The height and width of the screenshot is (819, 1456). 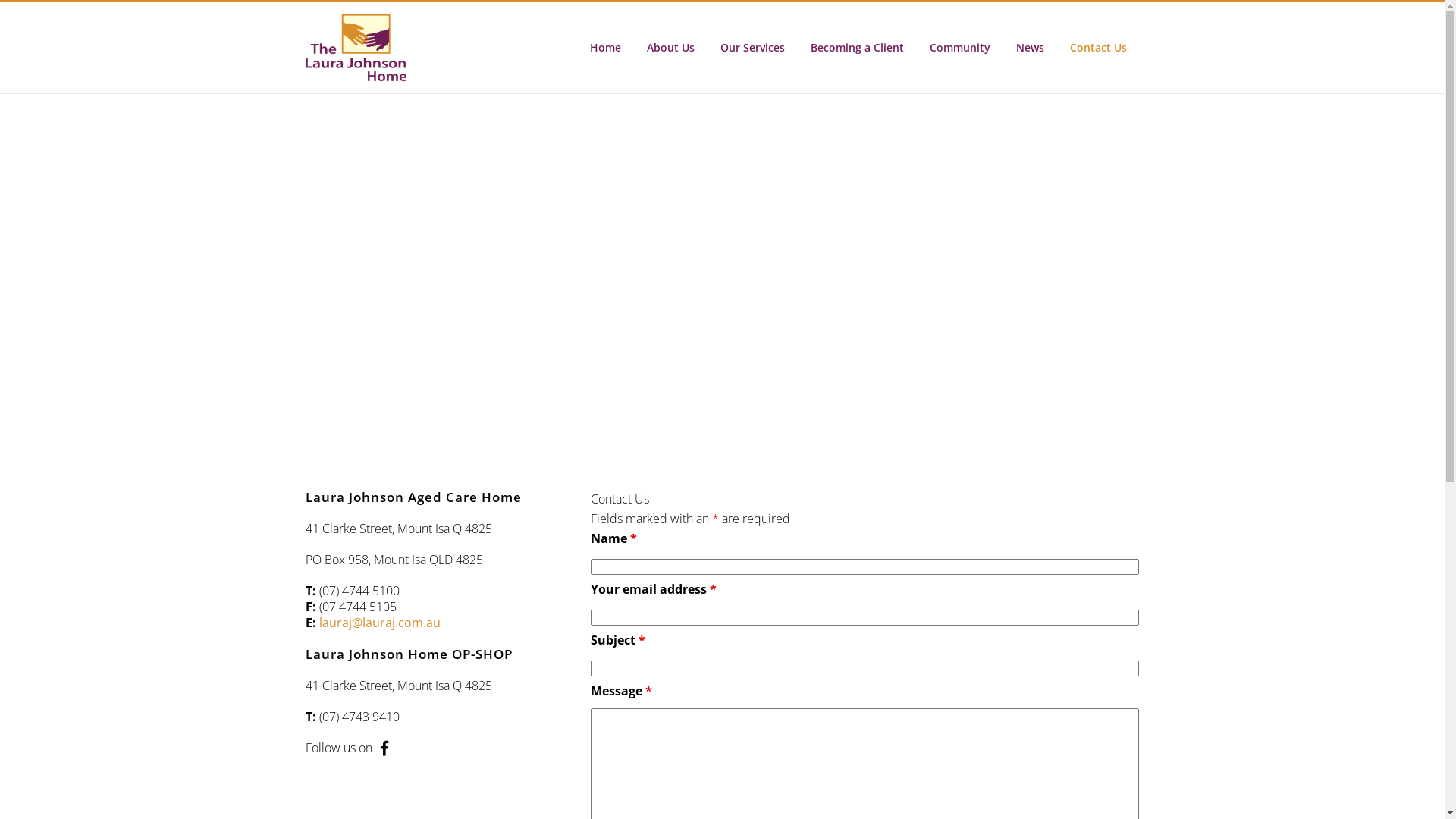 What do you see at coordinates (752, 46) in the screenshot?
I see `'Our Services'` at bounding box center [752, 46].